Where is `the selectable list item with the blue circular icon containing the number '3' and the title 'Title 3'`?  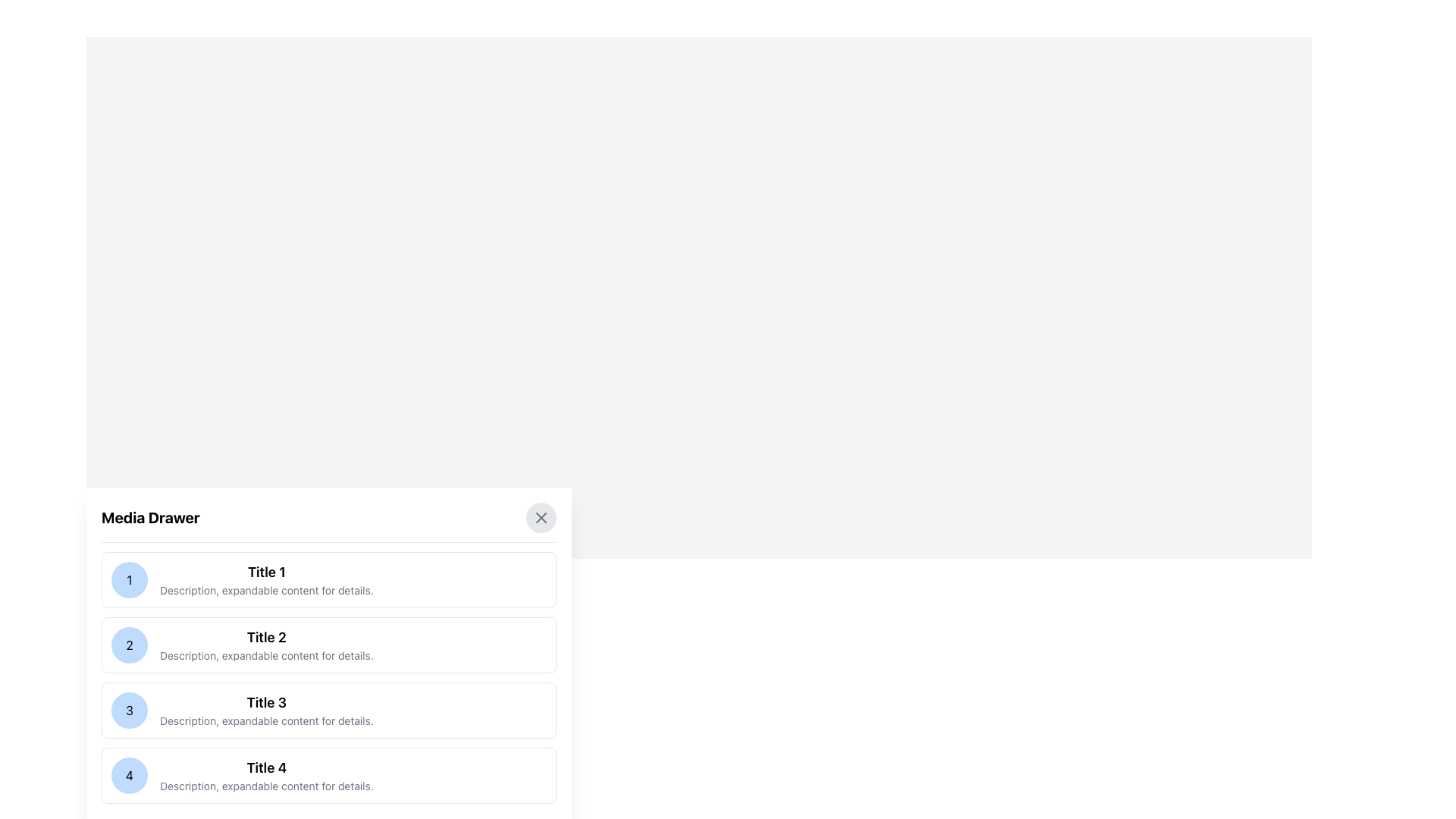
the selectable list item with the blue circular icon containing the number '3' and the title 'Title 3' is located at coordinates (328, 711).